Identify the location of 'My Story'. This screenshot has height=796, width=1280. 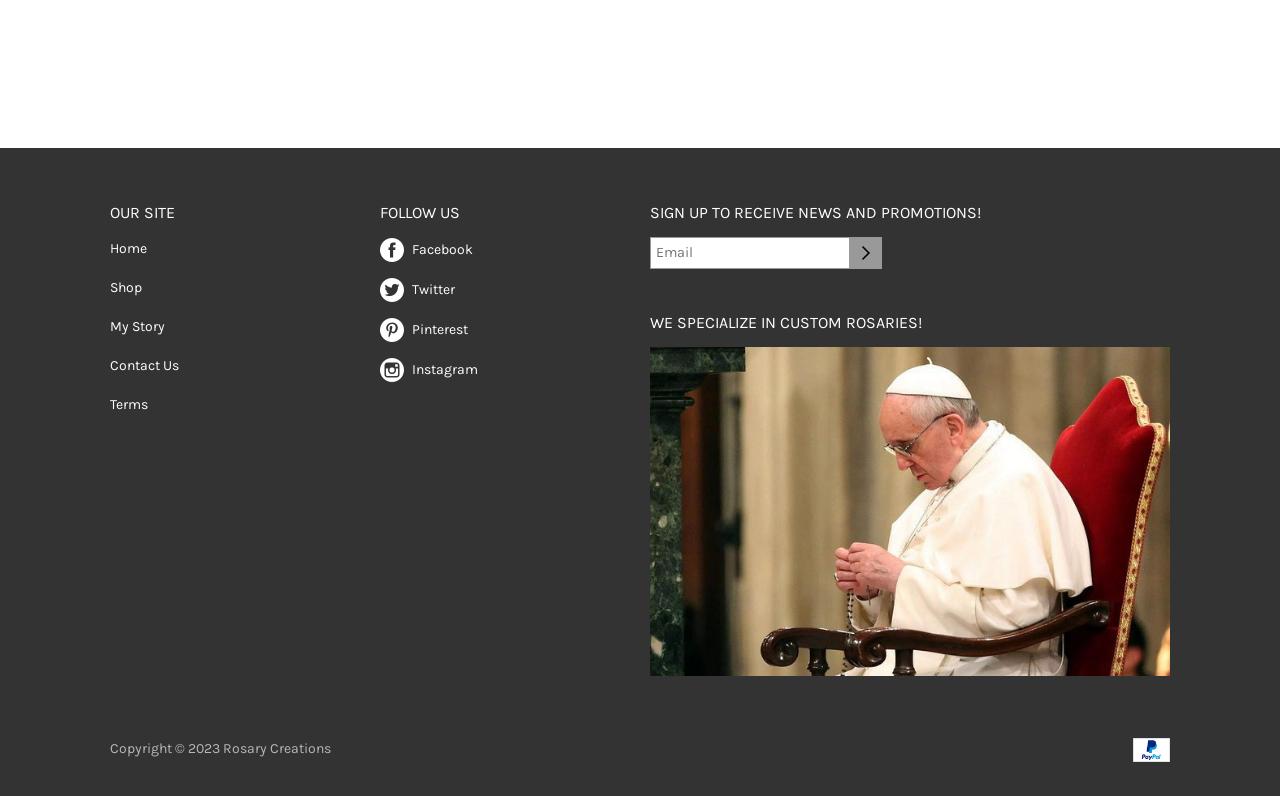
(136, 325).